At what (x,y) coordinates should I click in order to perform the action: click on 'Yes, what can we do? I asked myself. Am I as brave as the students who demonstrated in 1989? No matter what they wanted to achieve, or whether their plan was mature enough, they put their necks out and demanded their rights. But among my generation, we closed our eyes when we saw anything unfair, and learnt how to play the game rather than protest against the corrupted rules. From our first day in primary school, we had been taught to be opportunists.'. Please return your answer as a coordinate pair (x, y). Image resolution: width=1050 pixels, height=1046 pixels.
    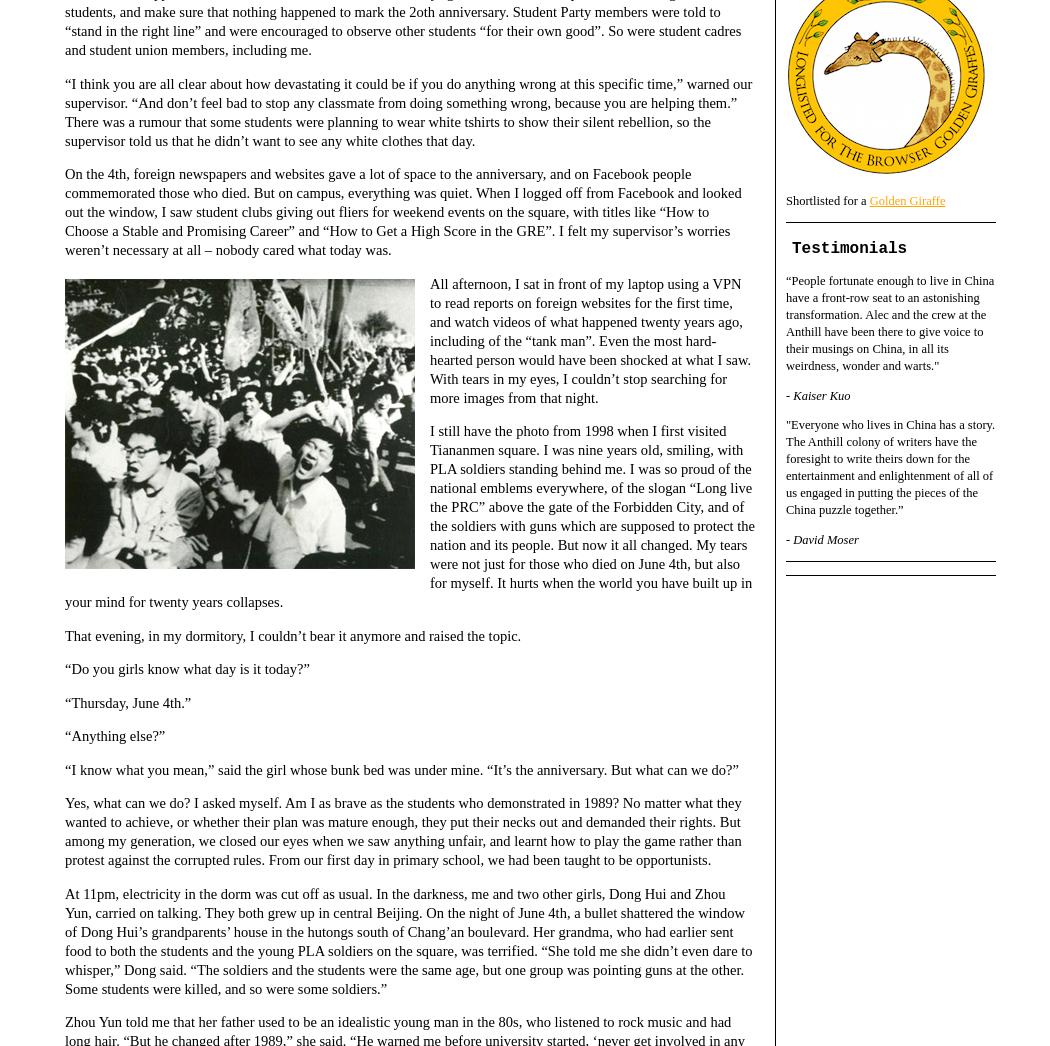
    Looking at the image, I should click on (63, 831).